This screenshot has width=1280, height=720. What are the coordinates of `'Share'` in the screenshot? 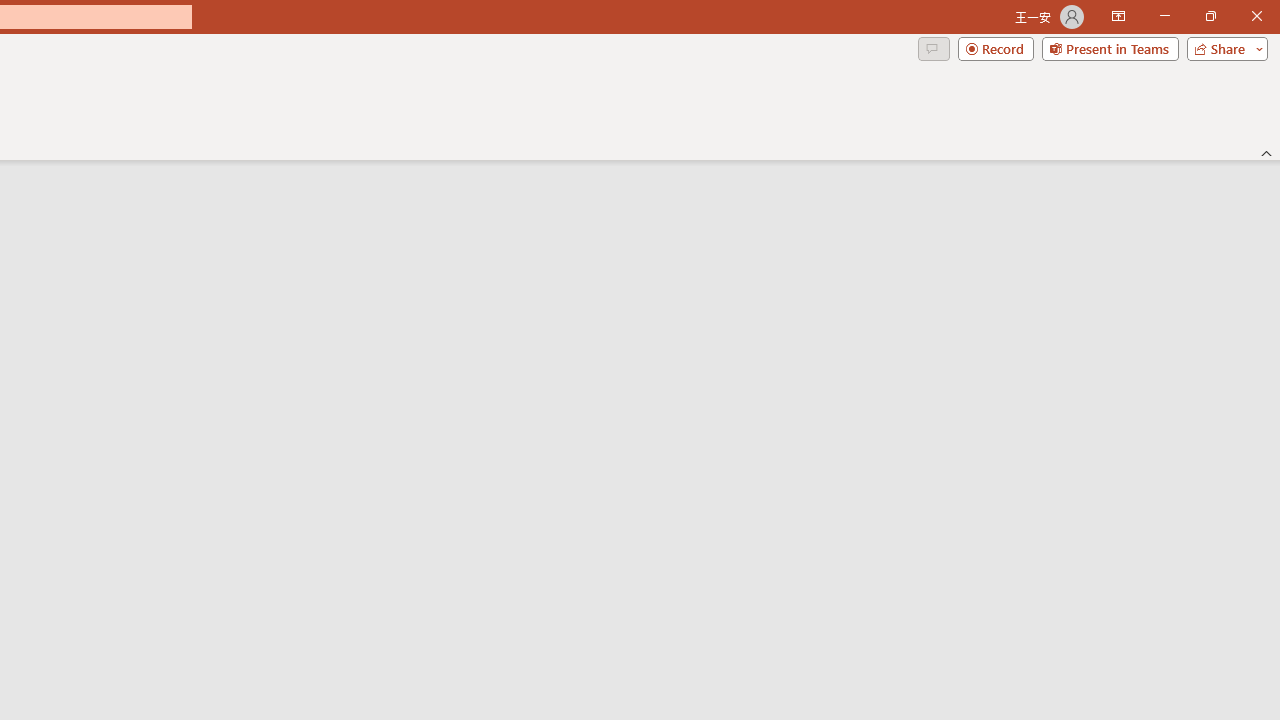 It's located at (1222, 47).